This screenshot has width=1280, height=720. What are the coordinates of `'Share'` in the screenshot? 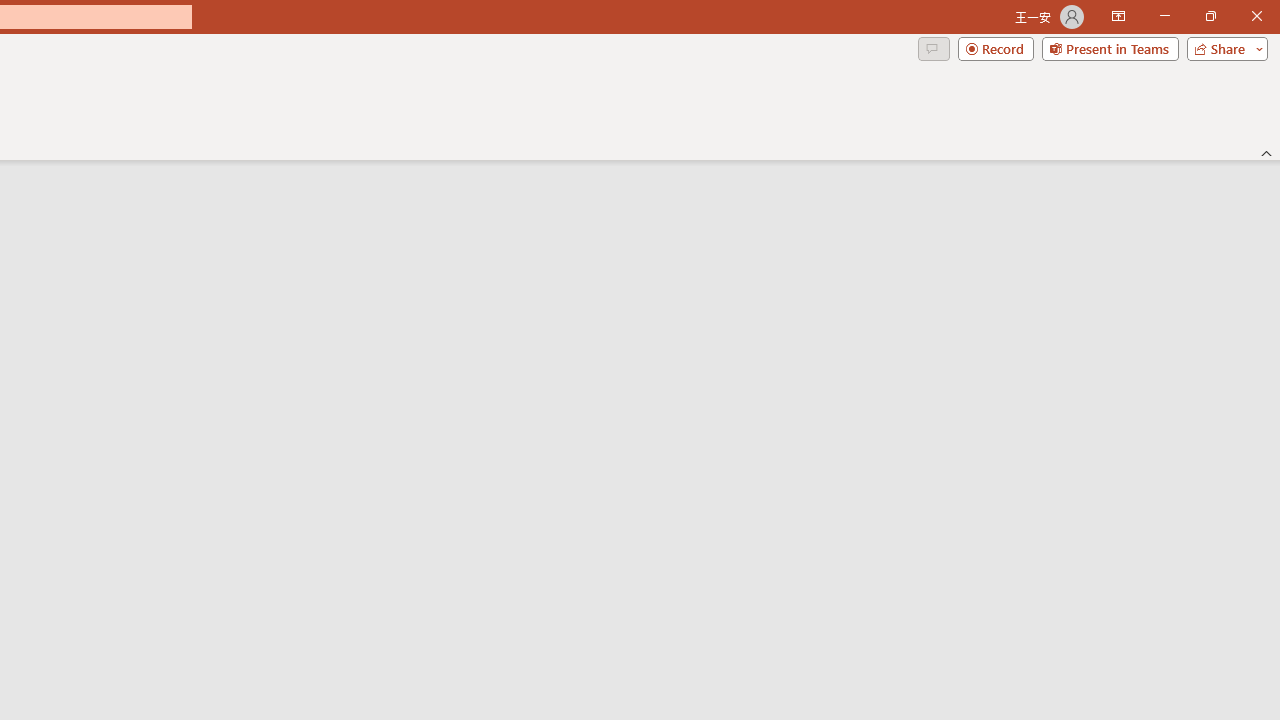 It's located at (1222, 47).